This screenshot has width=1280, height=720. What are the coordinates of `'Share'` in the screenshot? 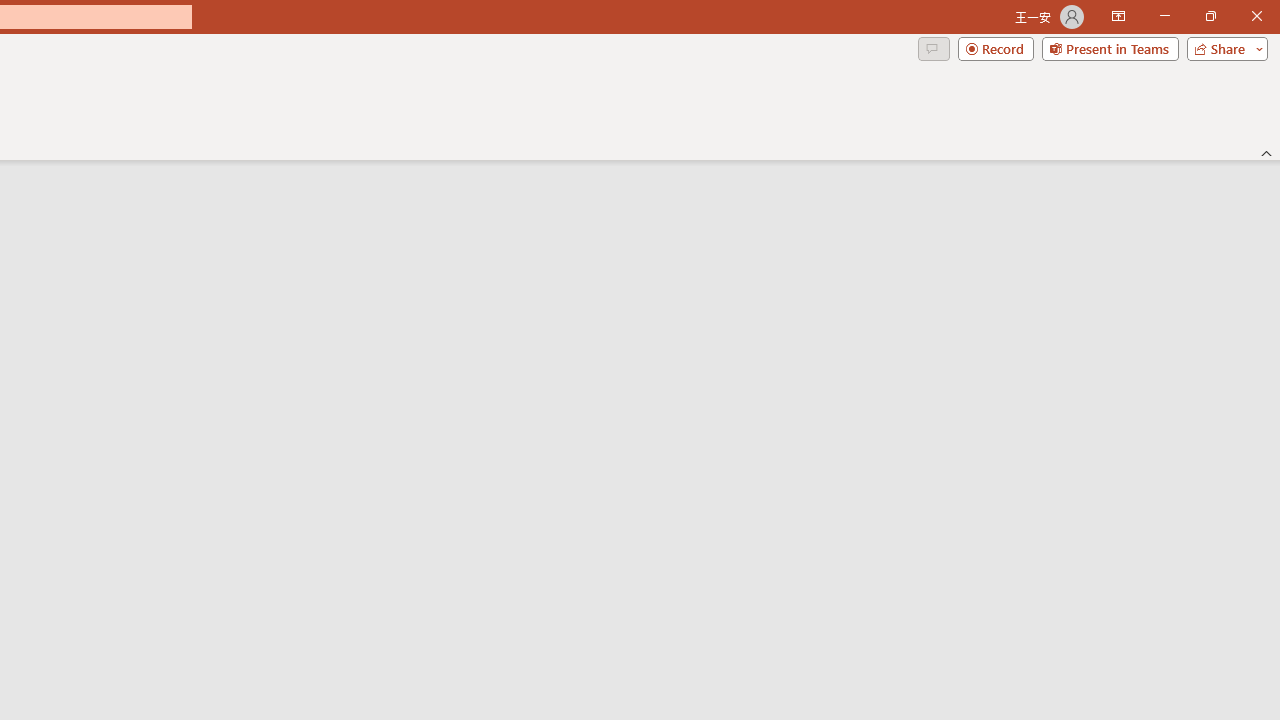 It's located at (1222, 47).